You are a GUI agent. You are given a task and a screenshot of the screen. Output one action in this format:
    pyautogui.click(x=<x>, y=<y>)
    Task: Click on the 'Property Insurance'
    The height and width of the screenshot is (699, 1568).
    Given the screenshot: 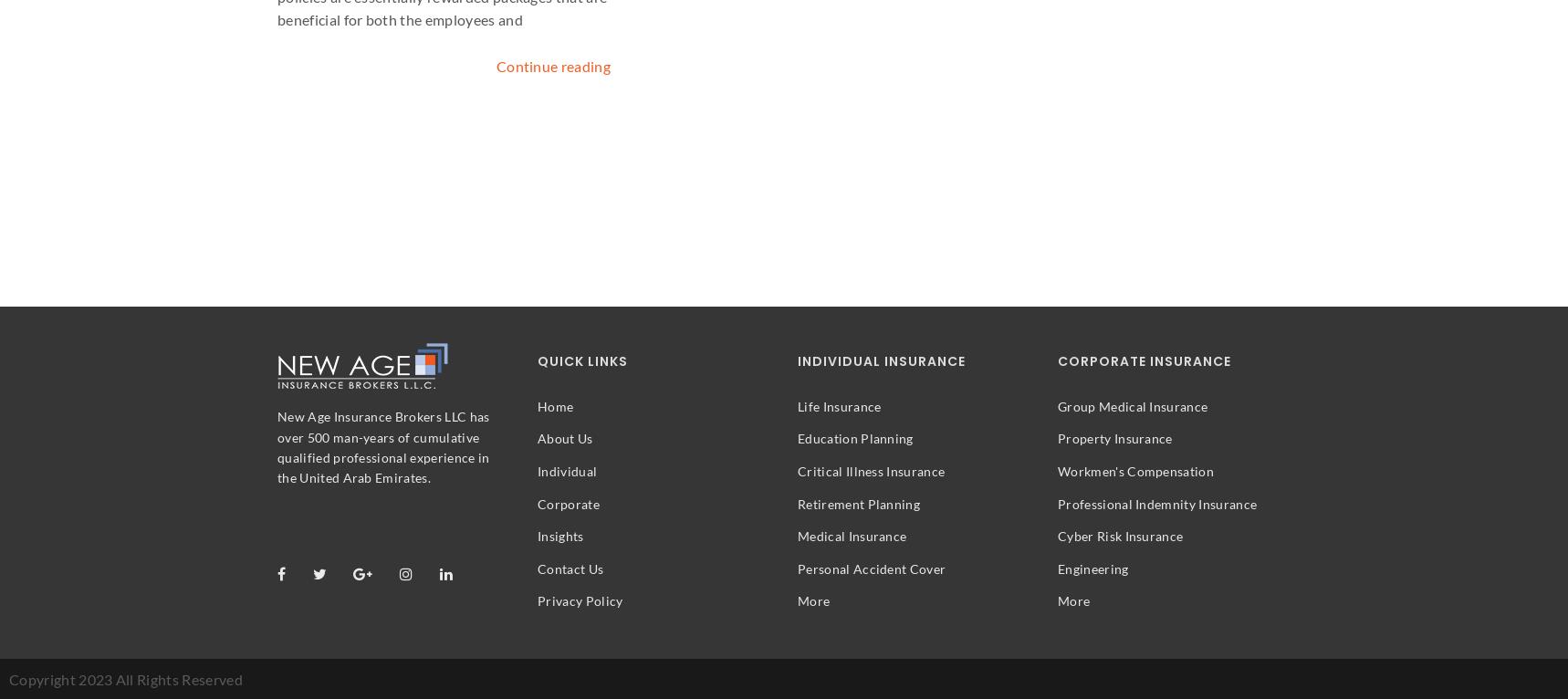 What is the action you would take?
    pyautogui.click(x=1113, y=437)
    